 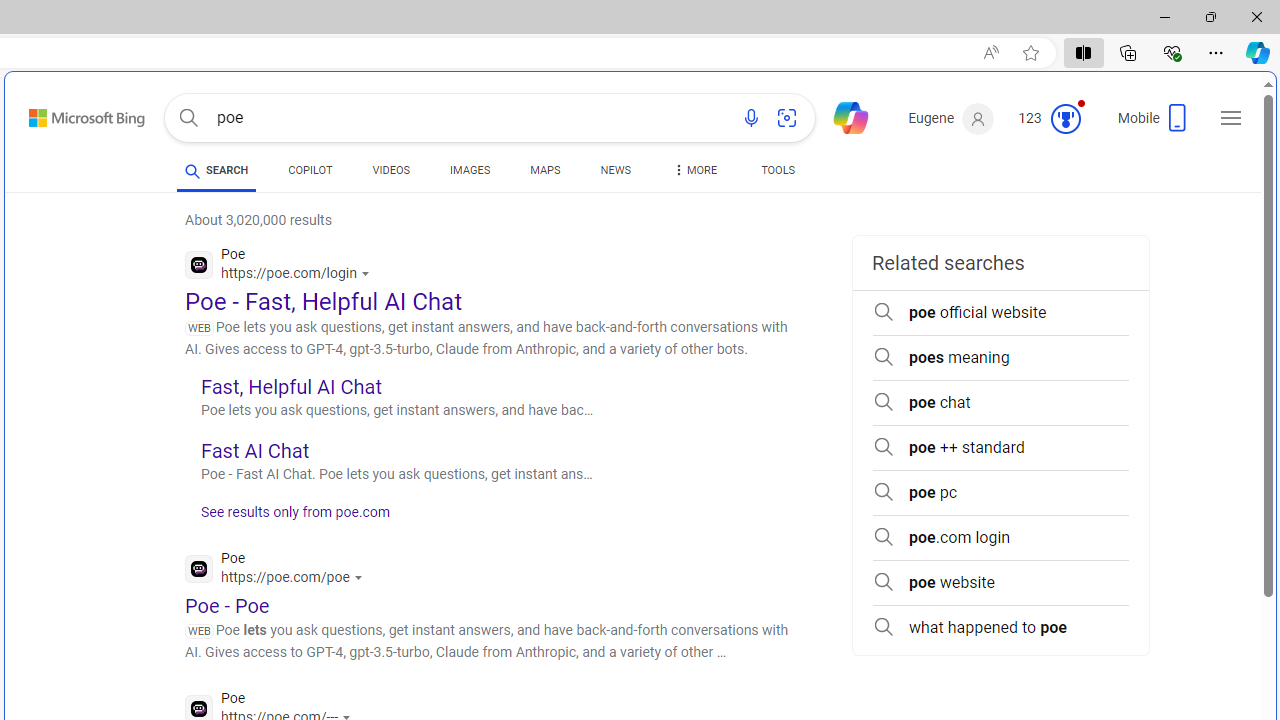 I want to click on 'what happened to poe', so click(x=1000, y=627).